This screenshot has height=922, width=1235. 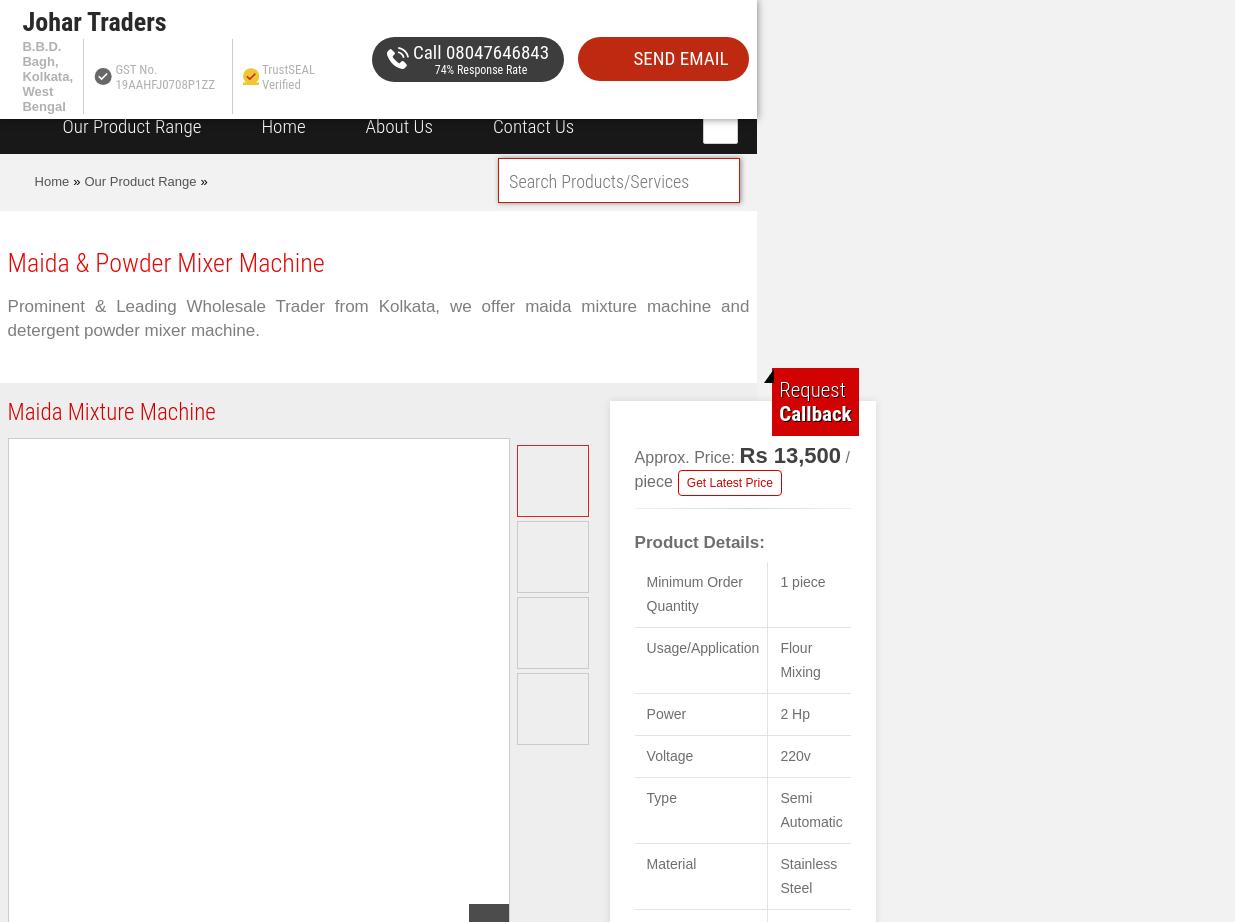 What do you see at coordinates (739, 454) in the screenshot?
I see `'Rs 13,500'` at bounding box center [739, 454].